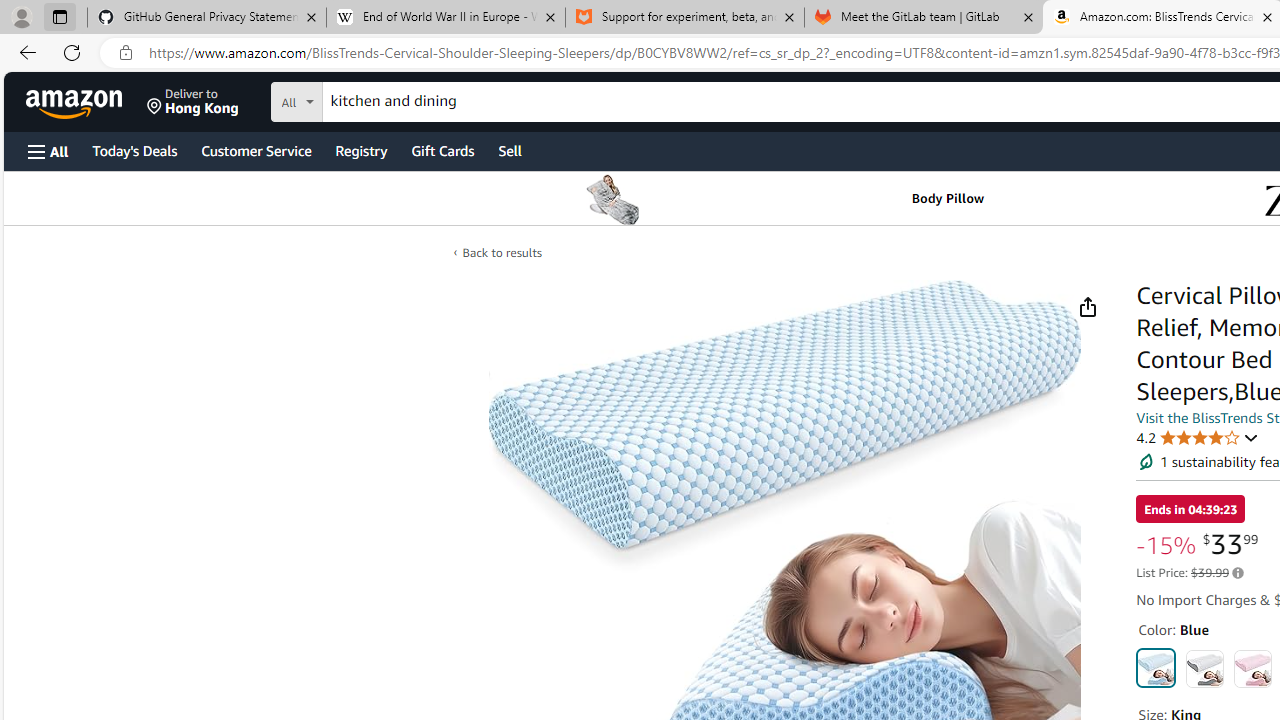  Describe the element at coordinates (76, 101) in the screenshot. I see `'Amazon'` at that location.